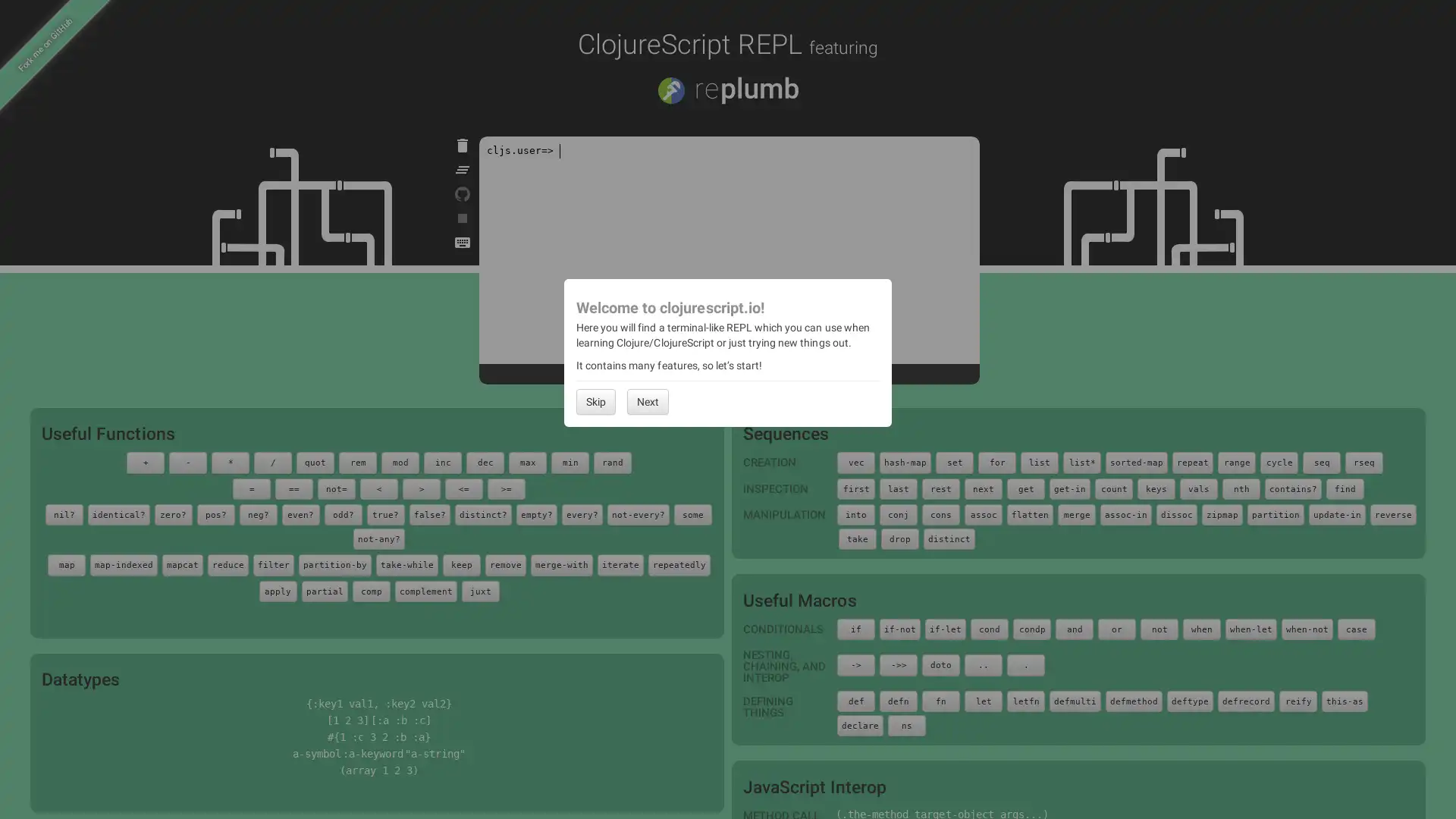 The height and width of the screenshot is (819, 1456). I want to click on empty?, so click(535, 513).